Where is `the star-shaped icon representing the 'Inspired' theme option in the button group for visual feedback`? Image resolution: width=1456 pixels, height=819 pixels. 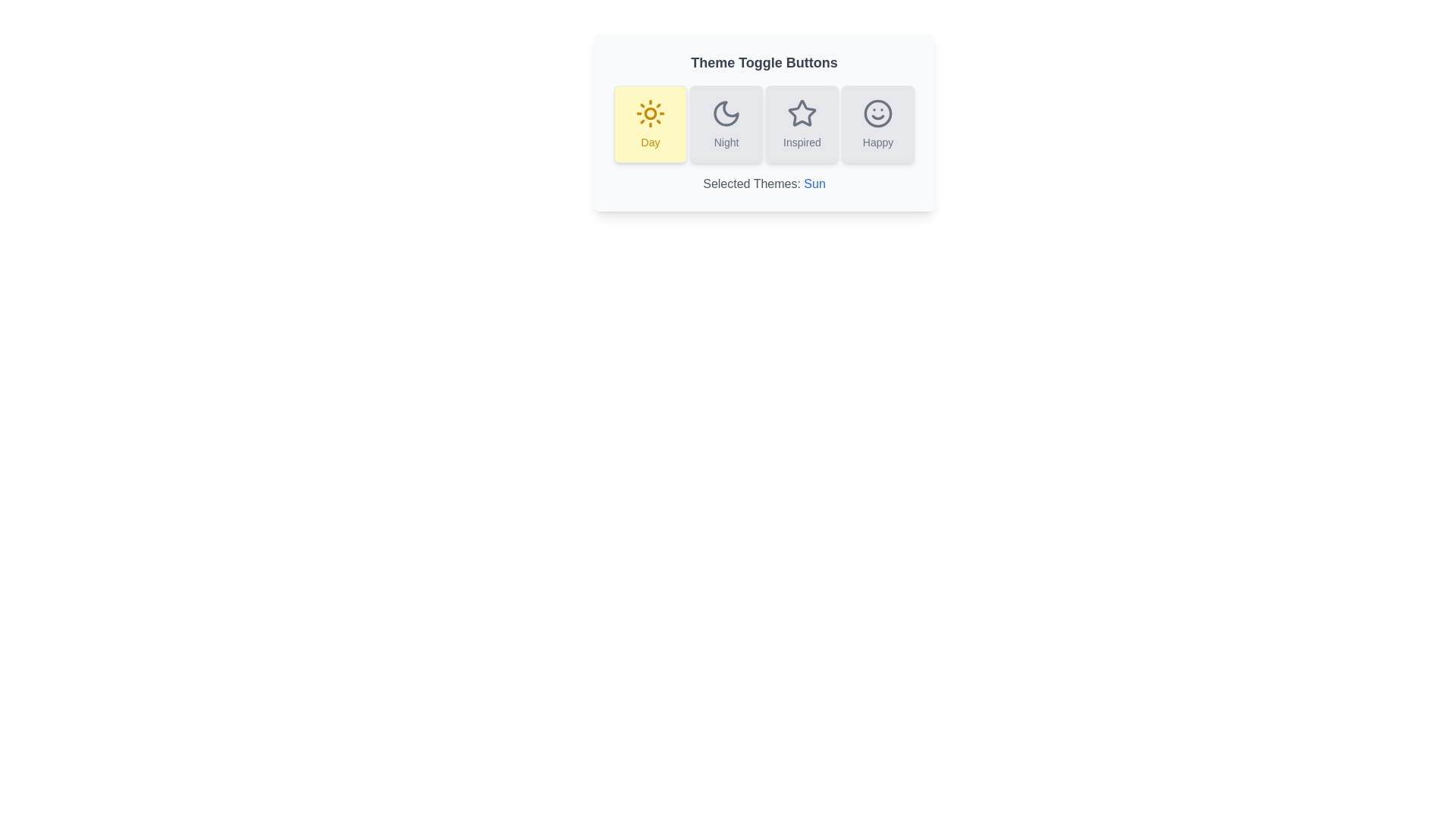
the star-shaped icon representing the 'Inspired' theme option in the button group for visual feedback is located at coordinates (801, 113).